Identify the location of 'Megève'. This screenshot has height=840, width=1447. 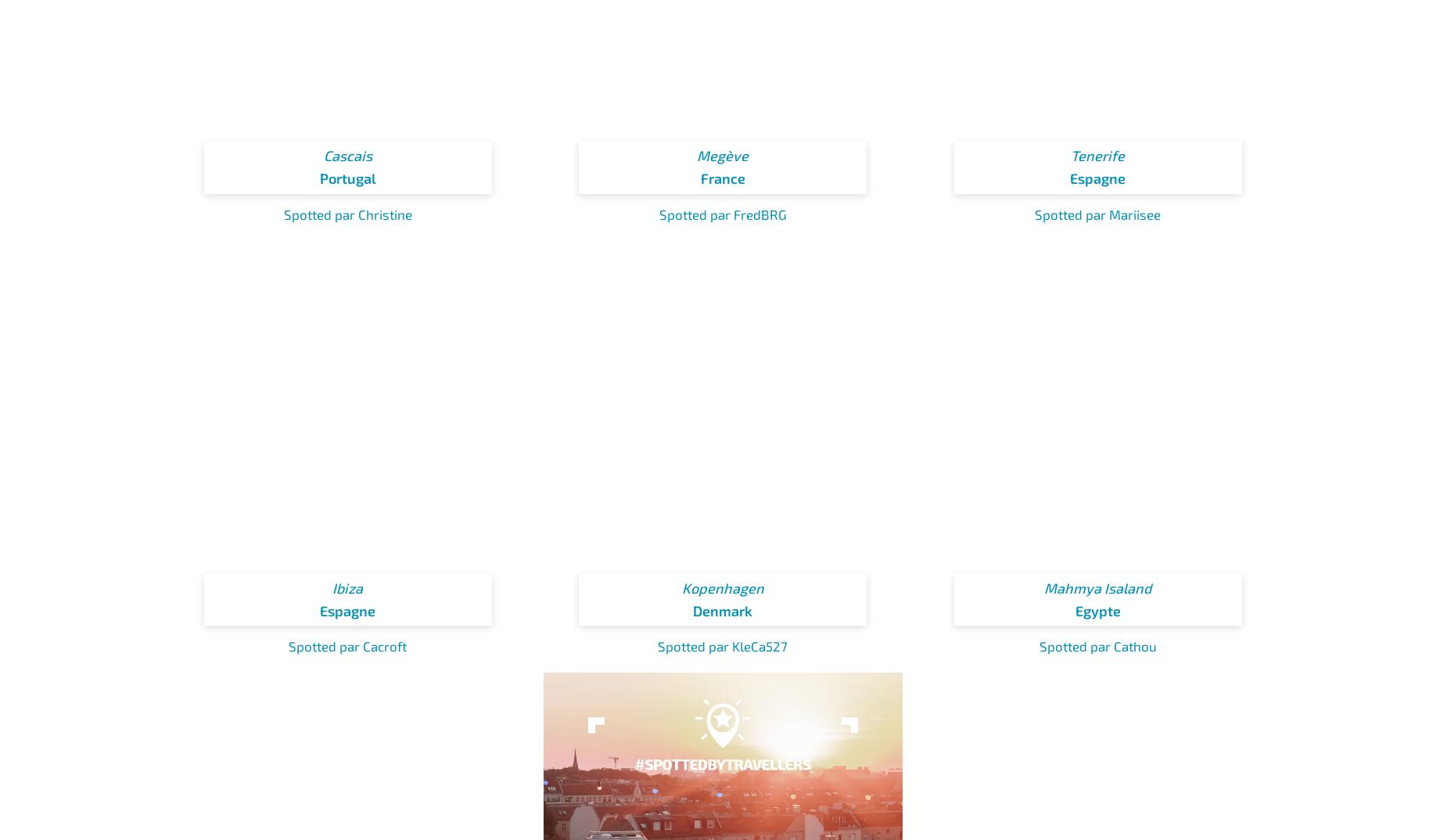
(723, 156).